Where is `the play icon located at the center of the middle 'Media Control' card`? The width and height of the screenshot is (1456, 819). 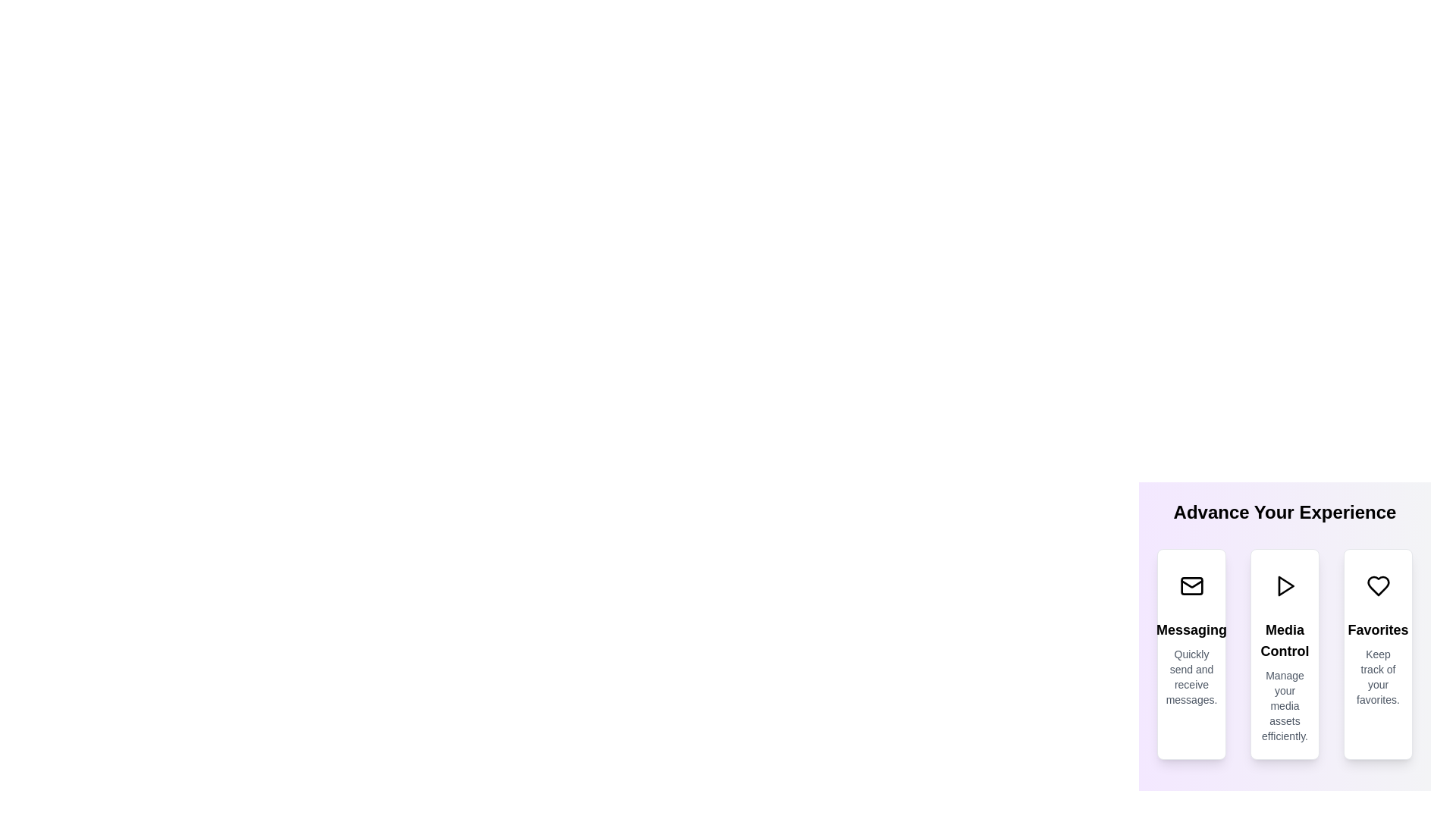 the play icon located at the center of the middle 'Media Control' card is located at coordinates (1284, 585).